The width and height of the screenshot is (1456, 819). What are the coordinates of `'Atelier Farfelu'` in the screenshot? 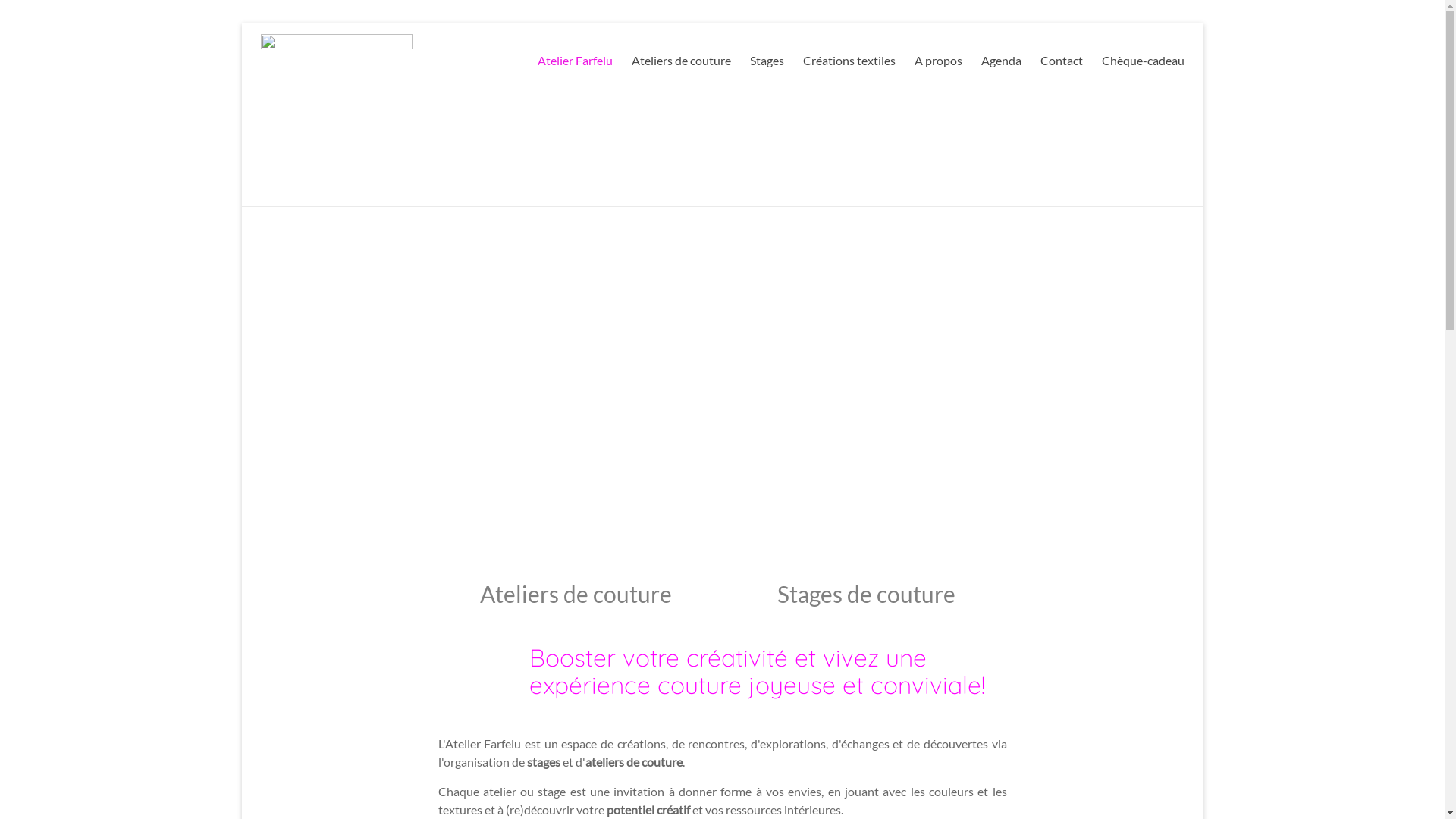 It's located at (573, 60).